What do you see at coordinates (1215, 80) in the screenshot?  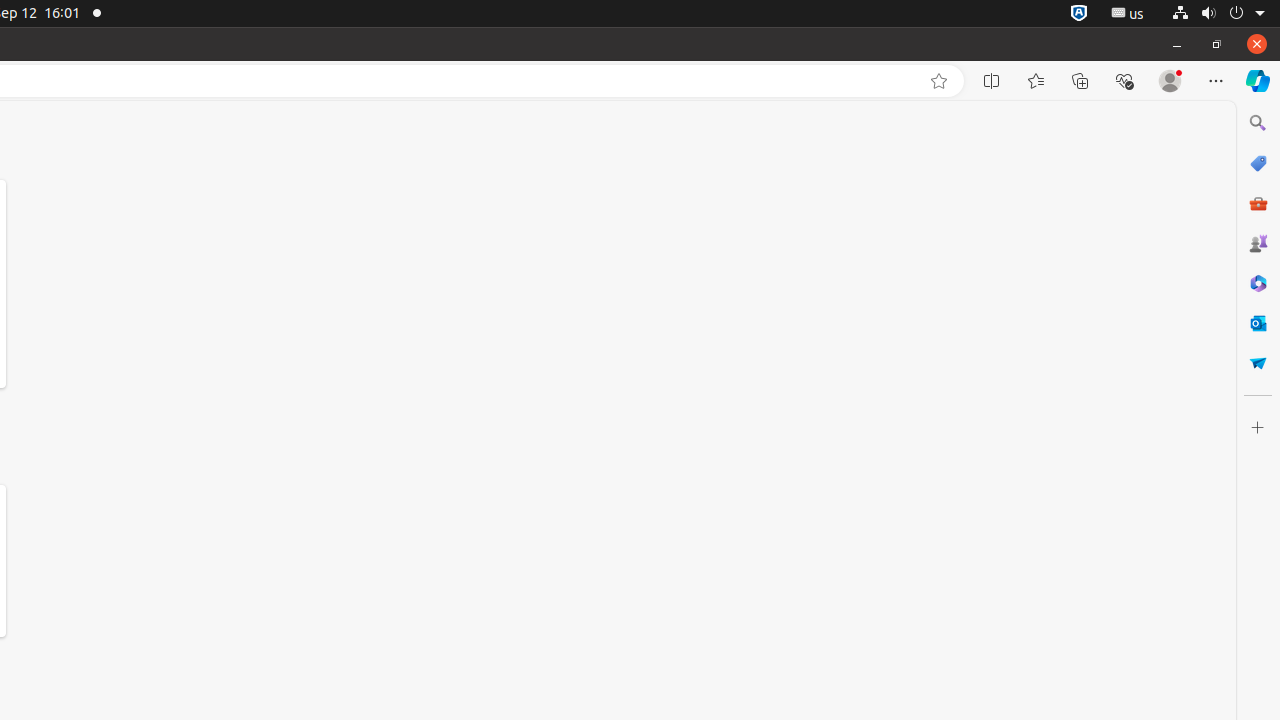 I see `'Settings and more (Alt+F)'` at bounding box center [1215, 80].